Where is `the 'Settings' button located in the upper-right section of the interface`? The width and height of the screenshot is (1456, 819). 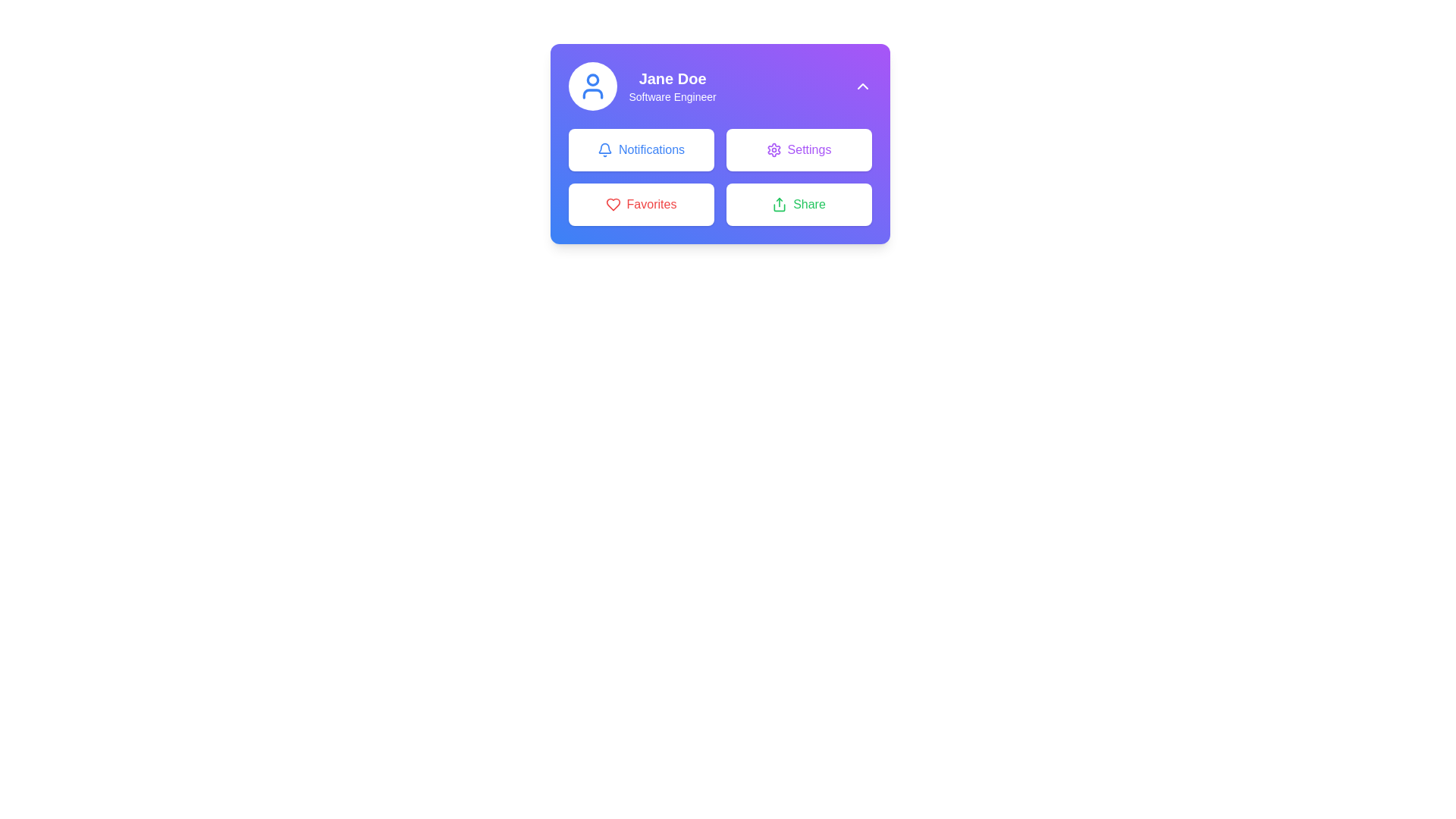 the 'Settings' button located in the upper-right section of the interface is located at coordinates (798, 149).